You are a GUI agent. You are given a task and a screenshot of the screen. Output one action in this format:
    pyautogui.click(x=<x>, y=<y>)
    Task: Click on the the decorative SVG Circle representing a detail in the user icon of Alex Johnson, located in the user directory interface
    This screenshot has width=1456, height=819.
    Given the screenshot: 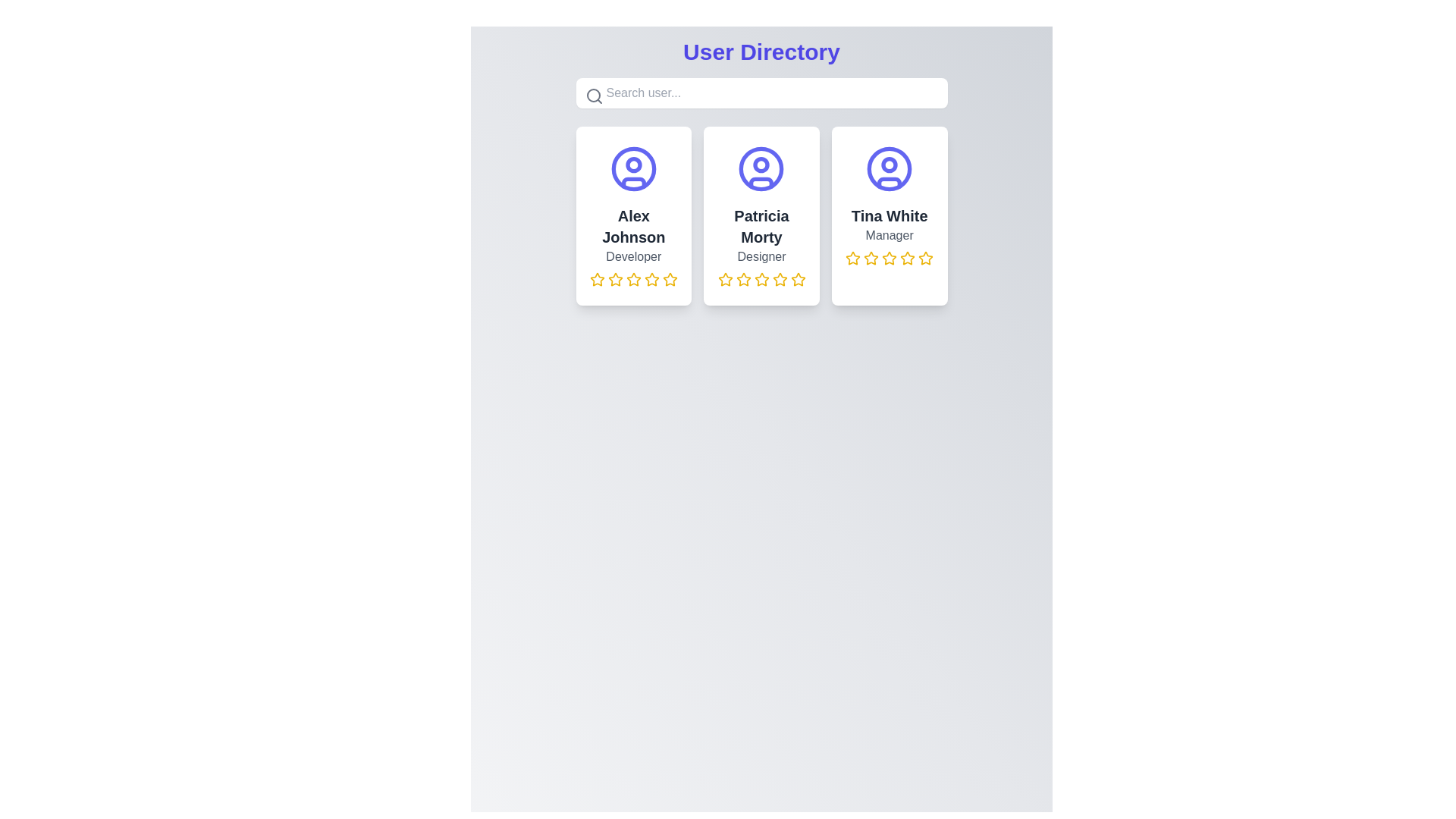 What is the action you would take?
    pyautogui.click(x=633, y=165)
    